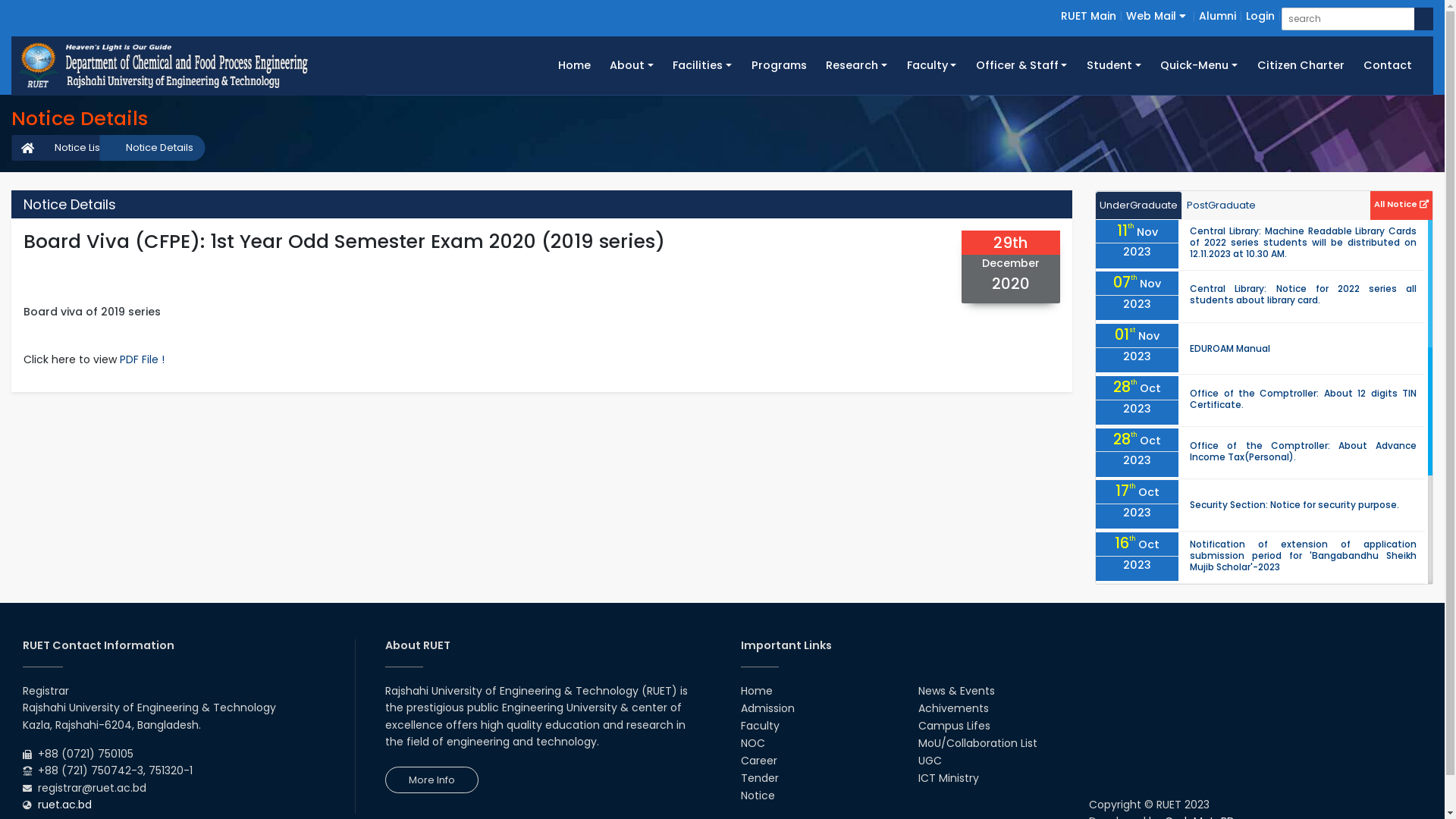 The height and width of the screenshot is (819, 1456). I want to click on 'Notice Details', so click(152, 148).